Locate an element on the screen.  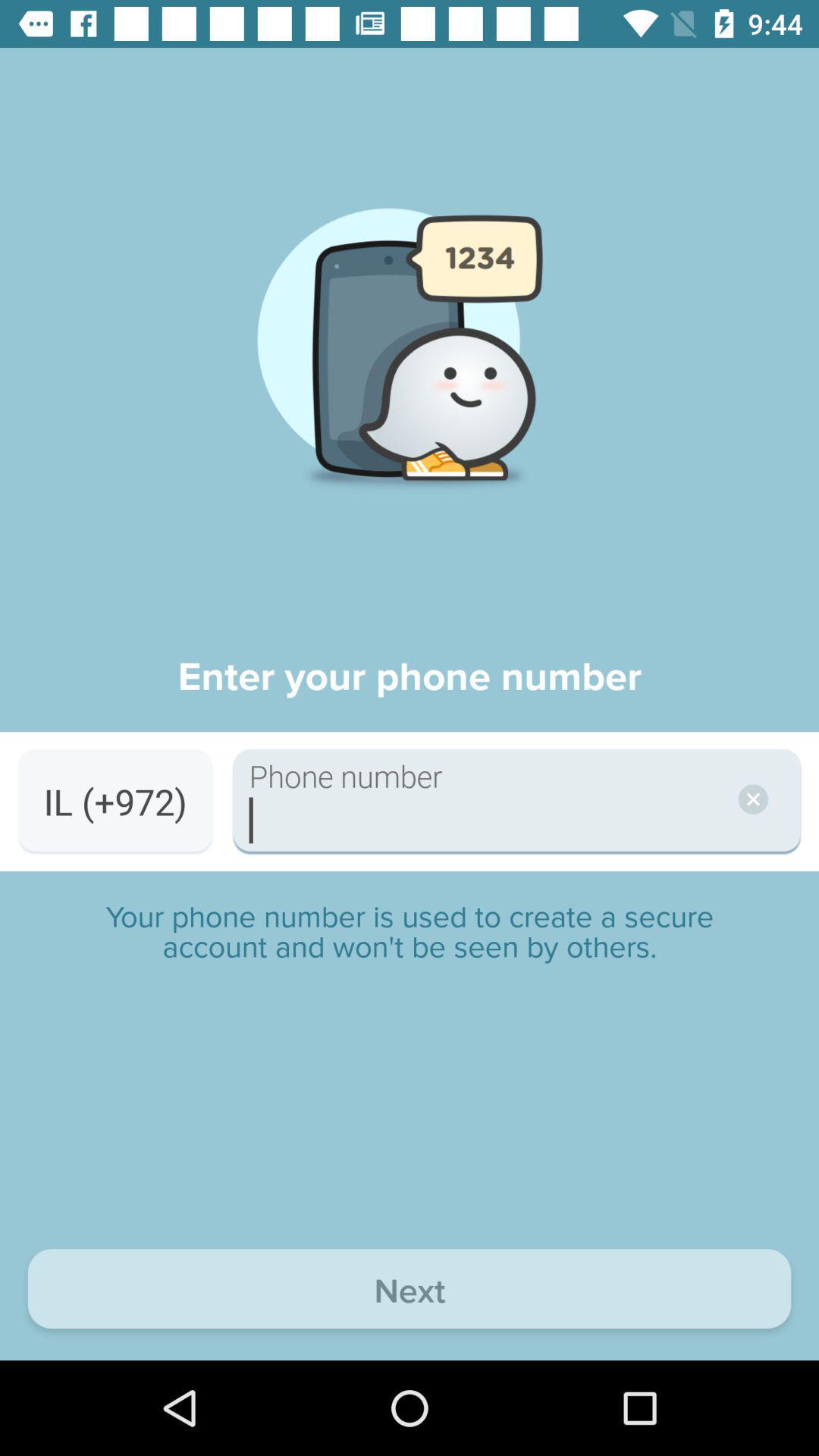
the next is located at coordinates (409, 1291).